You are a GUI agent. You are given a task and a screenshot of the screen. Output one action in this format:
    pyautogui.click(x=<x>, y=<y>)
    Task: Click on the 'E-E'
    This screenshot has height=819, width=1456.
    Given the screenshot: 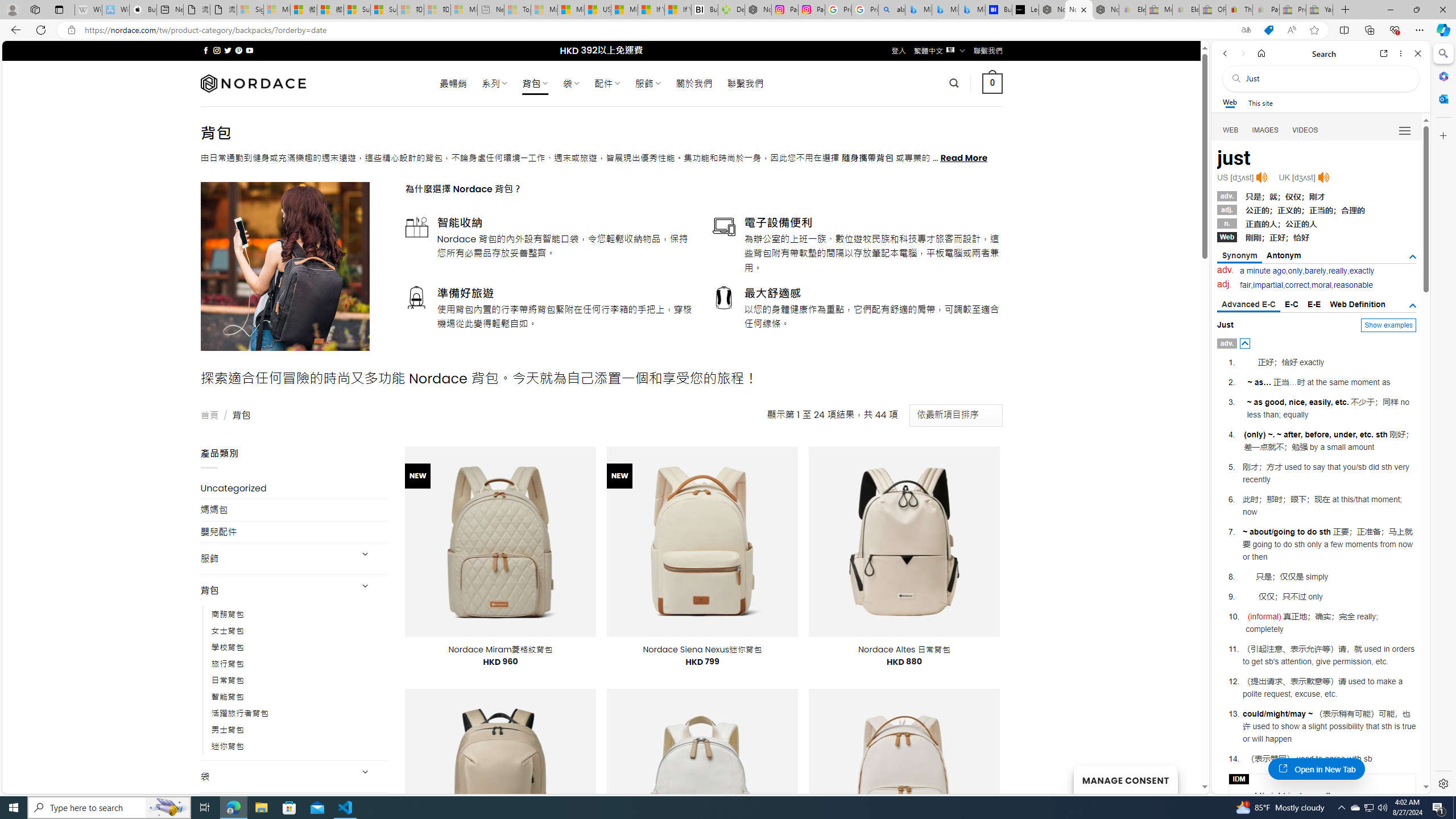 What is the action you would take?
    pyautogui.click(x=1314, y=303)
    